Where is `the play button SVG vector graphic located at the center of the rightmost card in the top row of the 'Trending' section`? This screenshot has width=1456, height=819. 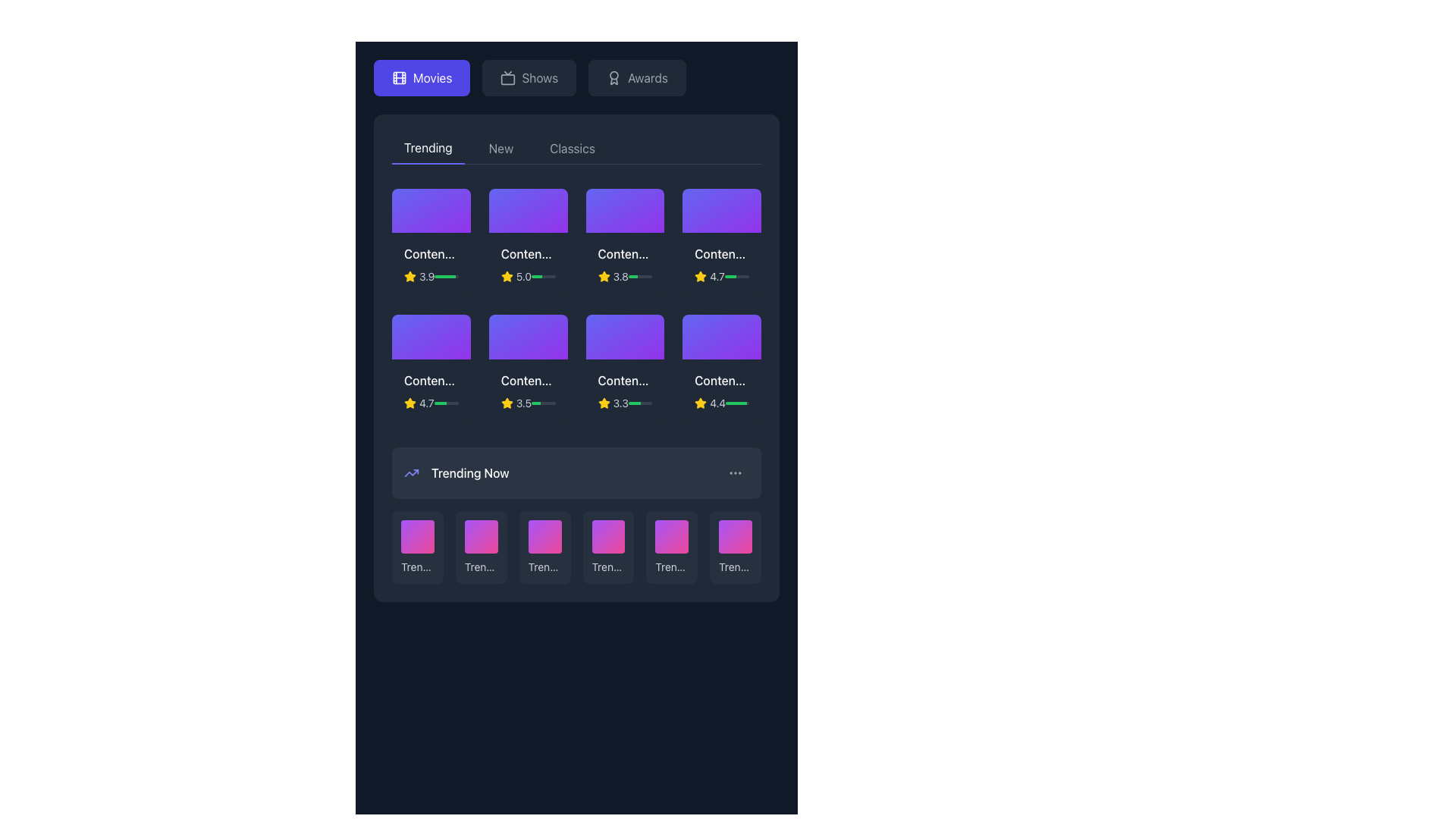
the play button SVG vector graphic located at the center of the rightmost card in the top row of the 'Trending' section is located at coordinates (723, 211).